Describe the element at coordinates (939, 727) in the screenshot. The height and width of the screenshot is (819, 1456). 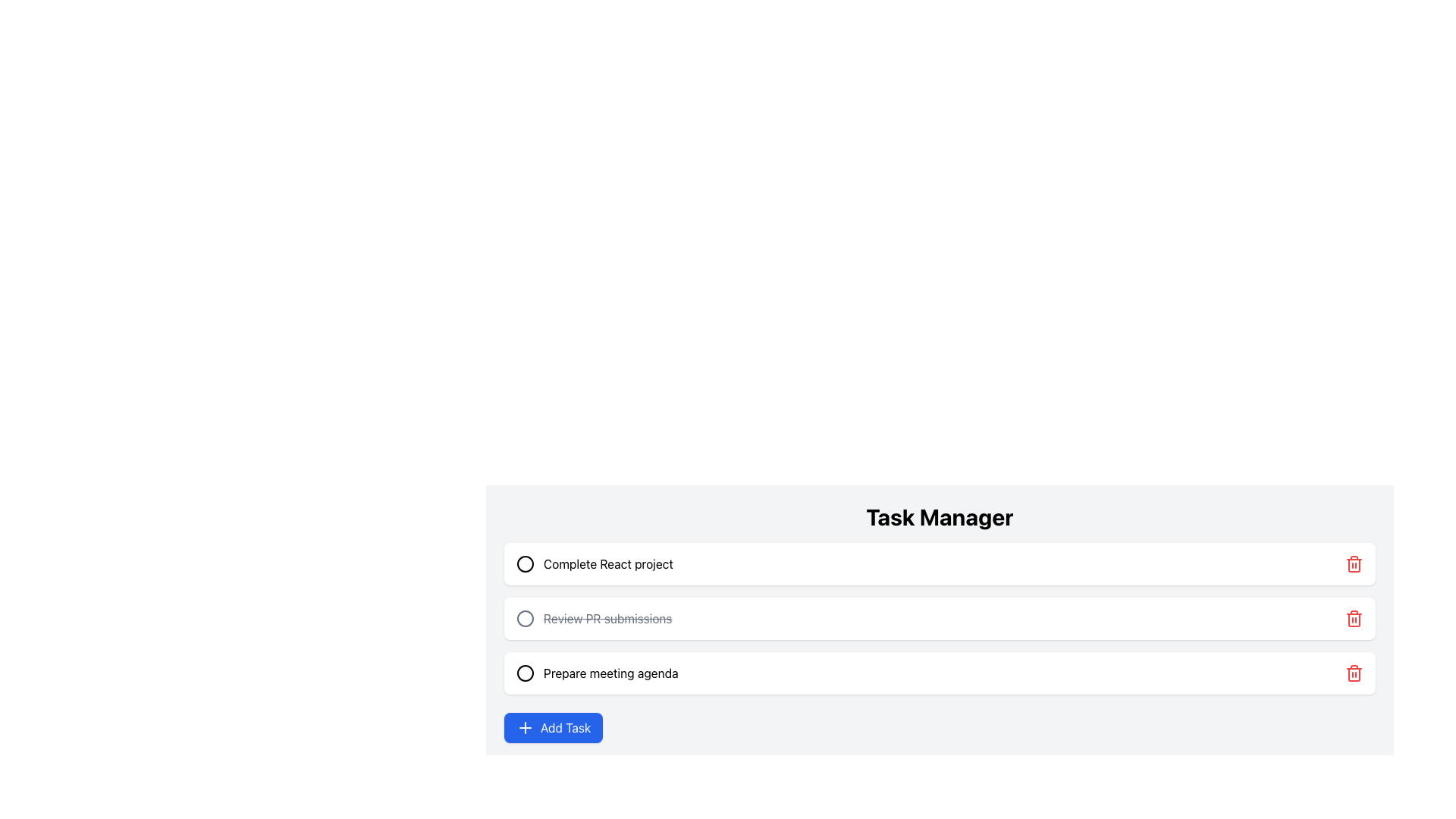
I see `the button located at the bottom of the 'Task Manager' section, directly below the last task entry 'Prepare meeting agenda'` at that location.